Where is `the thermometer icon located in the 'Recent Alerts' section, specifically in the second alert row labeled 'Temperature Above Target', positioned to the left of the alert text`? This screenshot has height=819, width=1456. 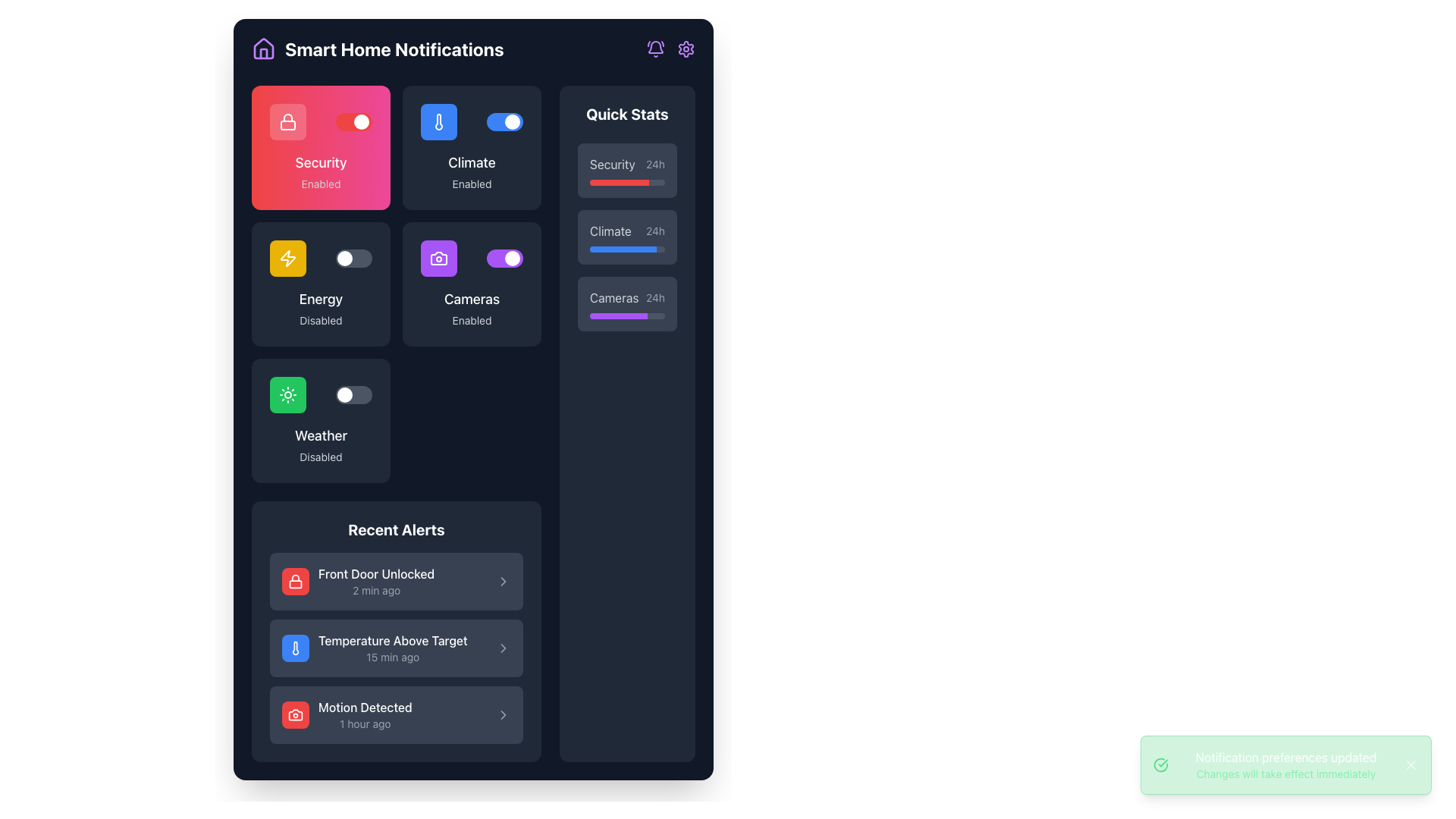
the thermometer icon located in the 'Recent Alerts' section, specifically in the second alert row labeled 'Temperature Above Target', positioned to the left of the alert text is located at coordinates (295, 648).